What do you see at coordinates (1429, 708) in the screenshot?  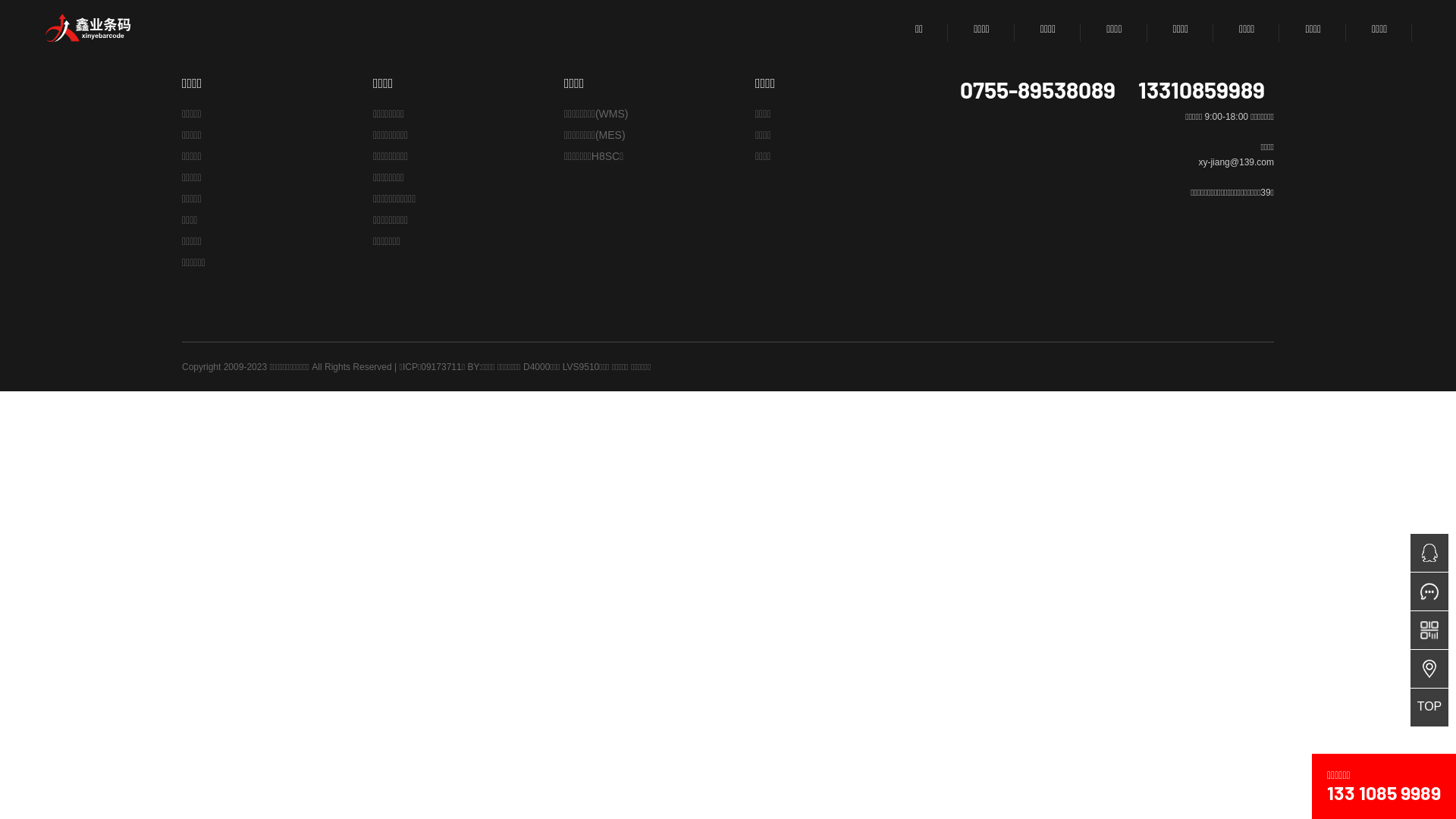 I see `'TOP'` at bounding box center [1429, 708].